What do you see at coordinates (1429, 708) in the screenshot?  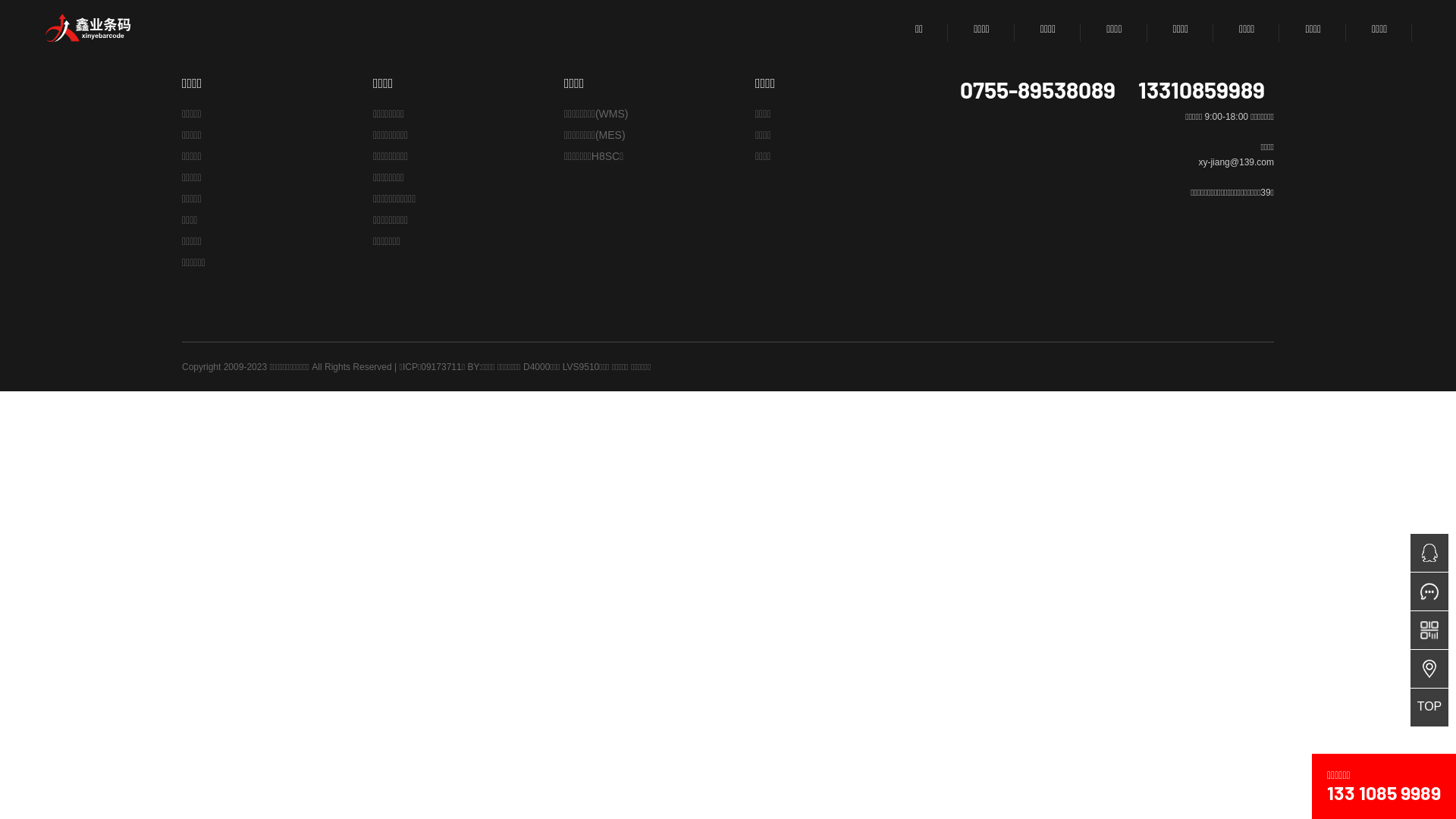 I see `'TOP'` at bounding box center [1429, 708].